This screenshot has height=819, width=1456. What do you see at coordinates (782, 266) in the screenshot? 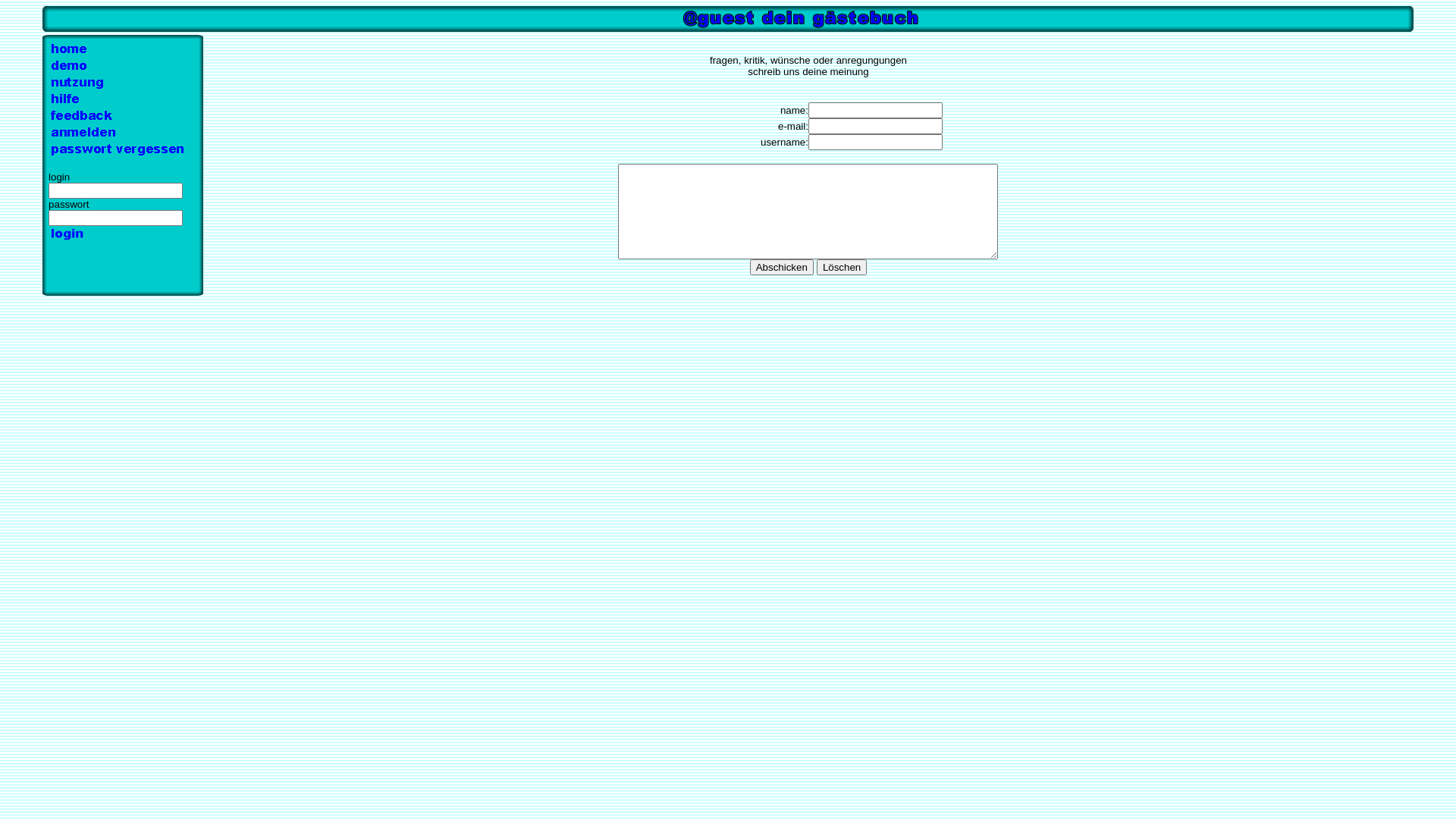
I see `'Abschicken'` at bounding box center [782, 266].